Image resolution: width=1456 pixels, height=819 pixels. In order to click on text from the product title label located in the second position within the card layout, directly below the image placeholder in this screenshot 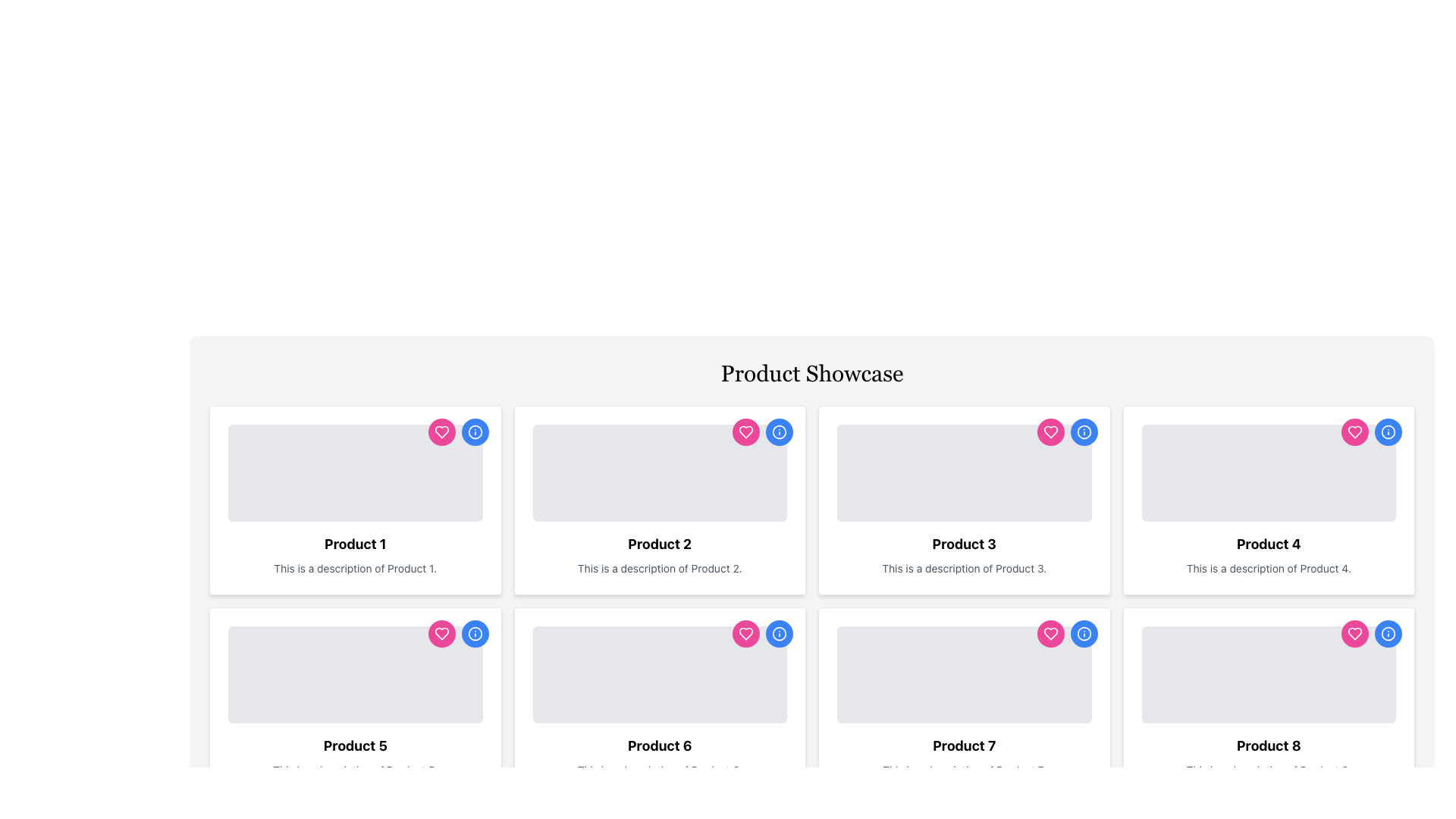, I will do `click(354, 543)`.